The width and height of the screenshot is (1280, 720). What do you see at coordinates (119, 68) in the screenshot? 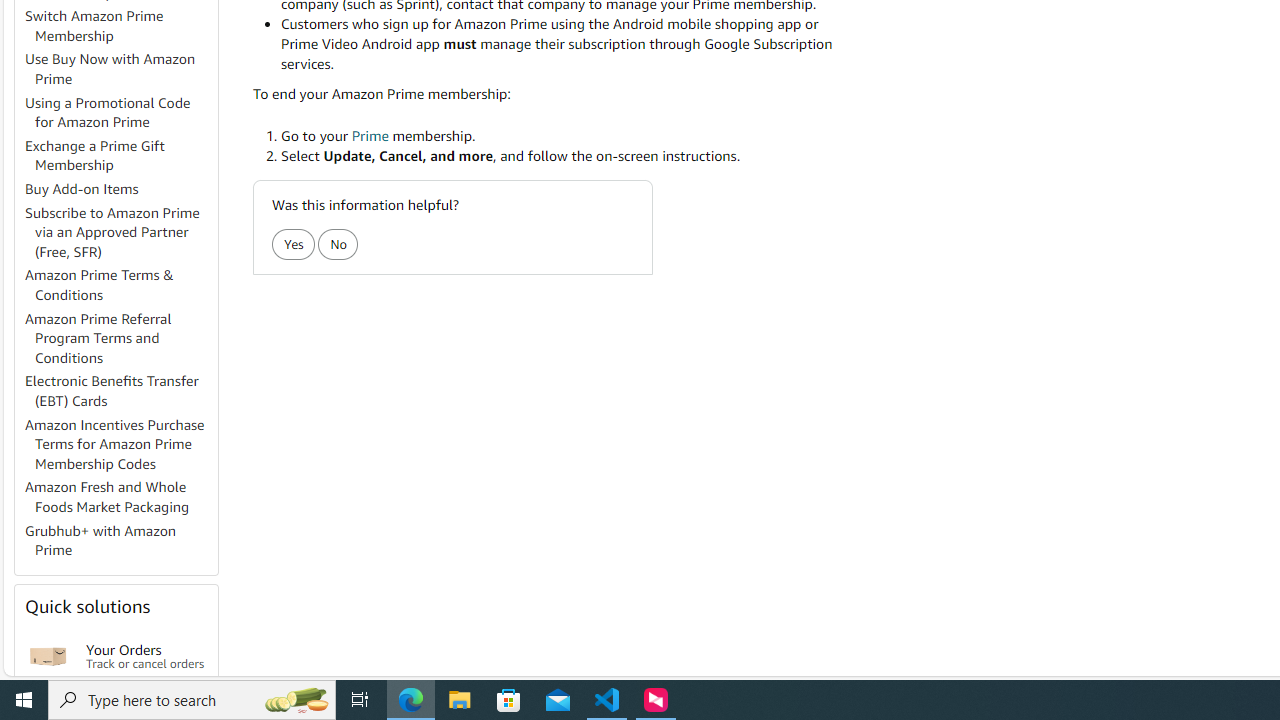
I see `'Use Buy Now with Amazon Prime'` at bounding box center [119, 68].